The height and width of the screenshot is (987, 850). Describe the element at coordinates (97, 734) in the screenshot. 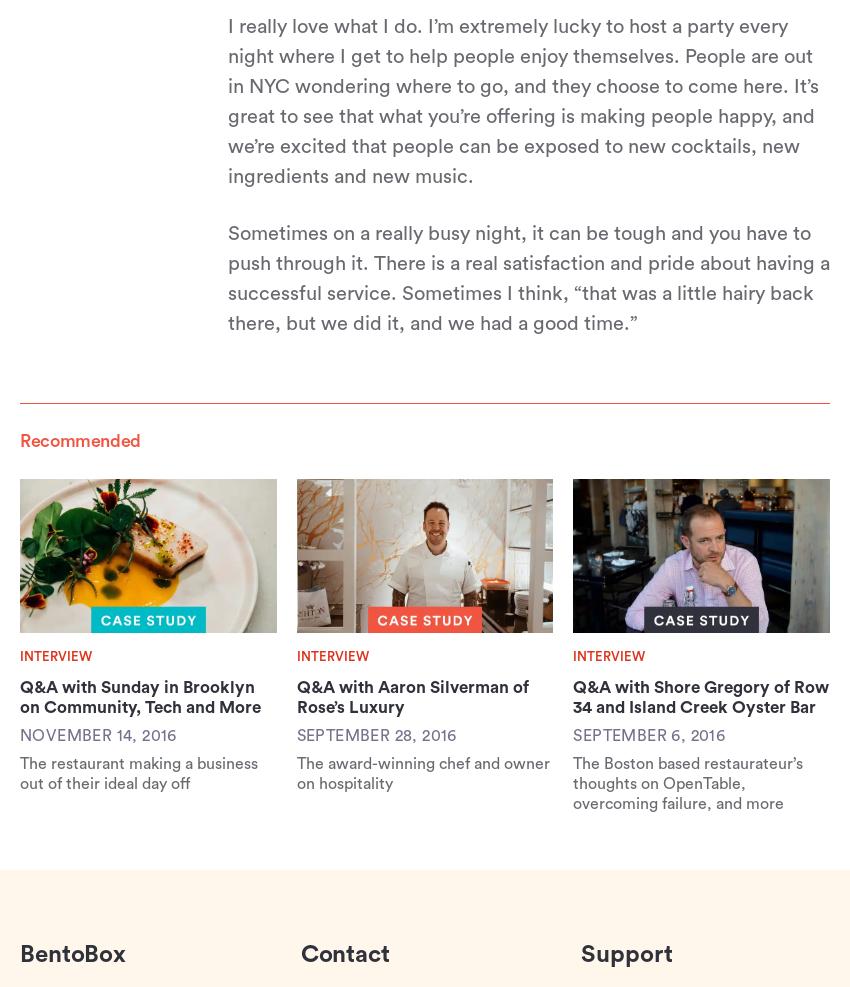

I see `'November 14, 2016'` at that location.